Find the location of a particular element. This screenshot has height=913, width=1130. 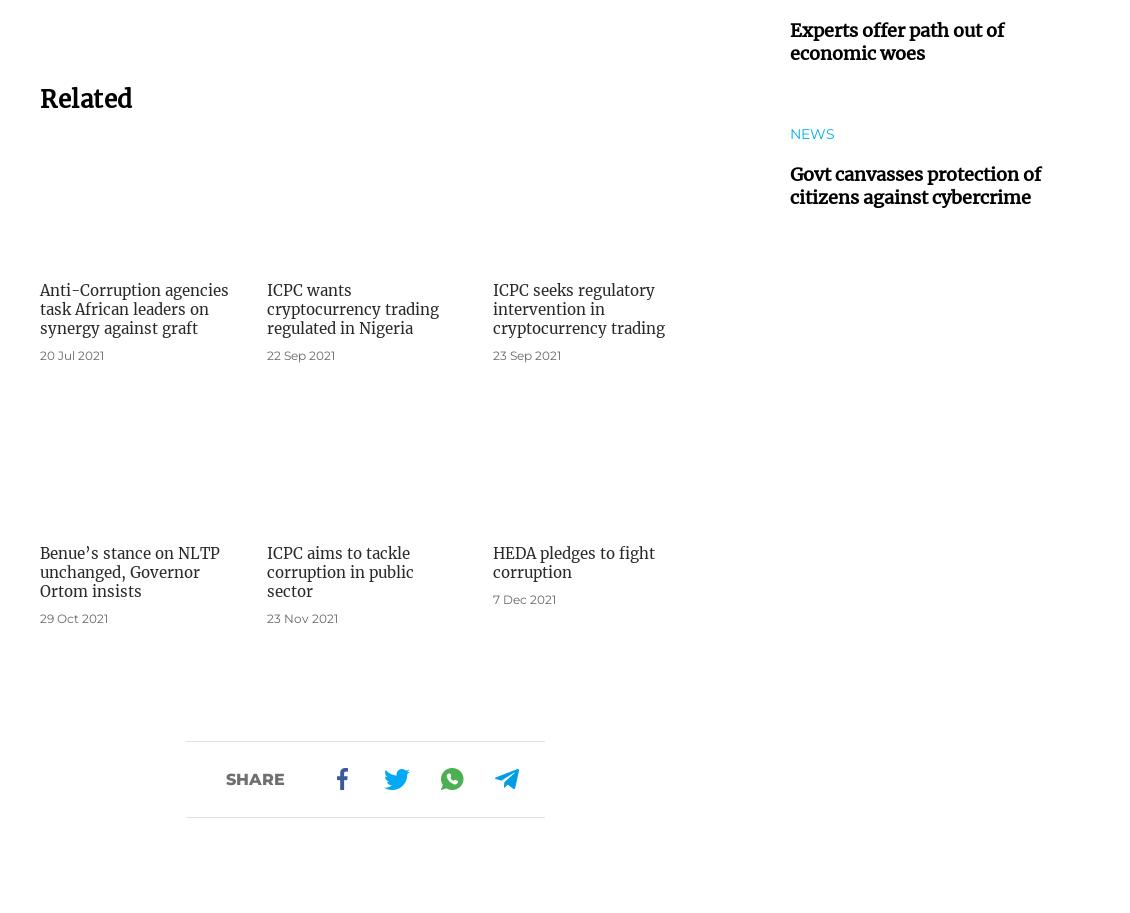

'Govt canvasses  protection of citizens against cybercrime' is located at coordinates (914, 184).